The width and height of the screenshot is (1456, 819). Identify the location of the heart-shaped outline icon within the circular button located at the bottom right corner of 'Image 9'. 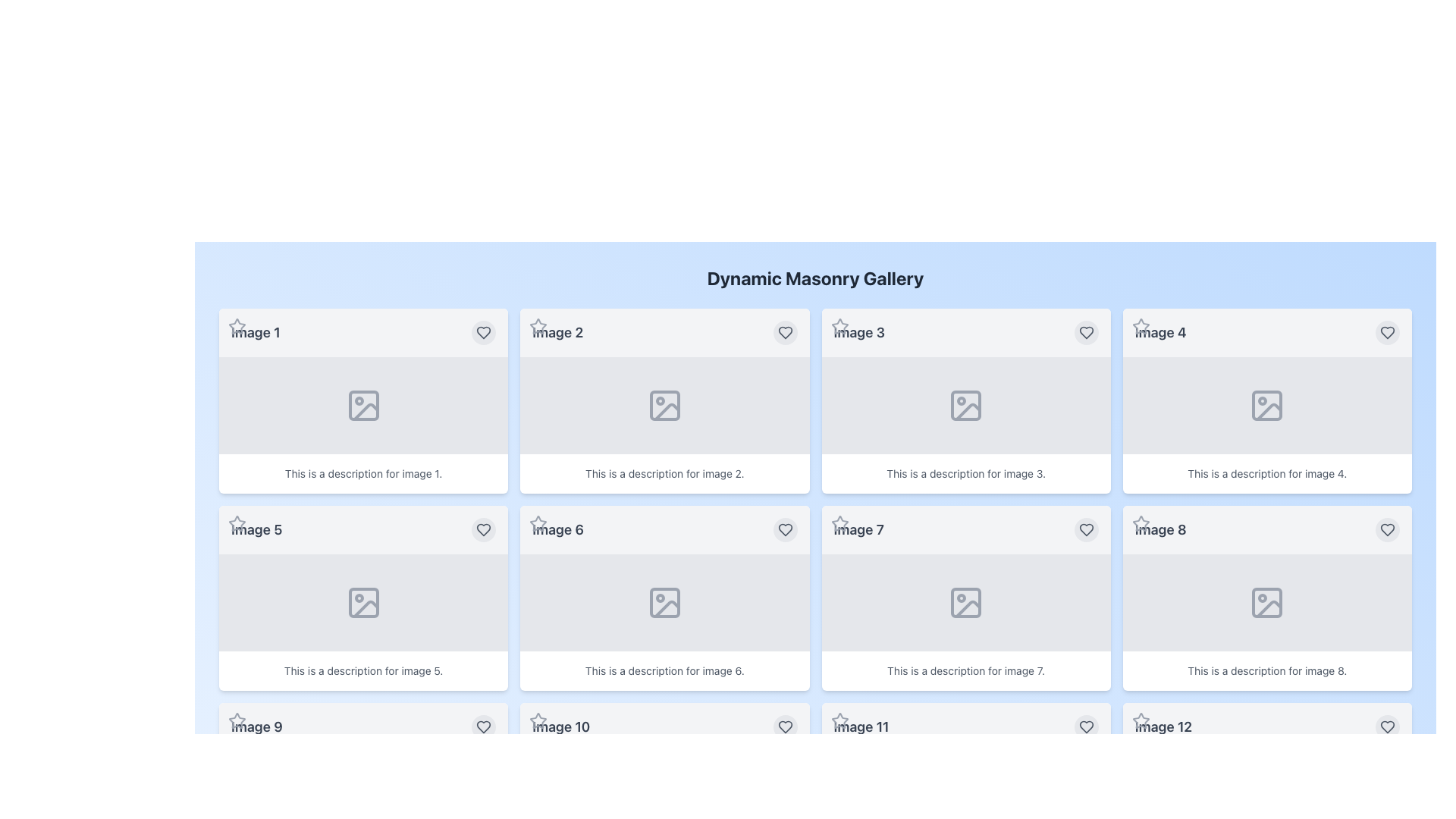
(483, 726).